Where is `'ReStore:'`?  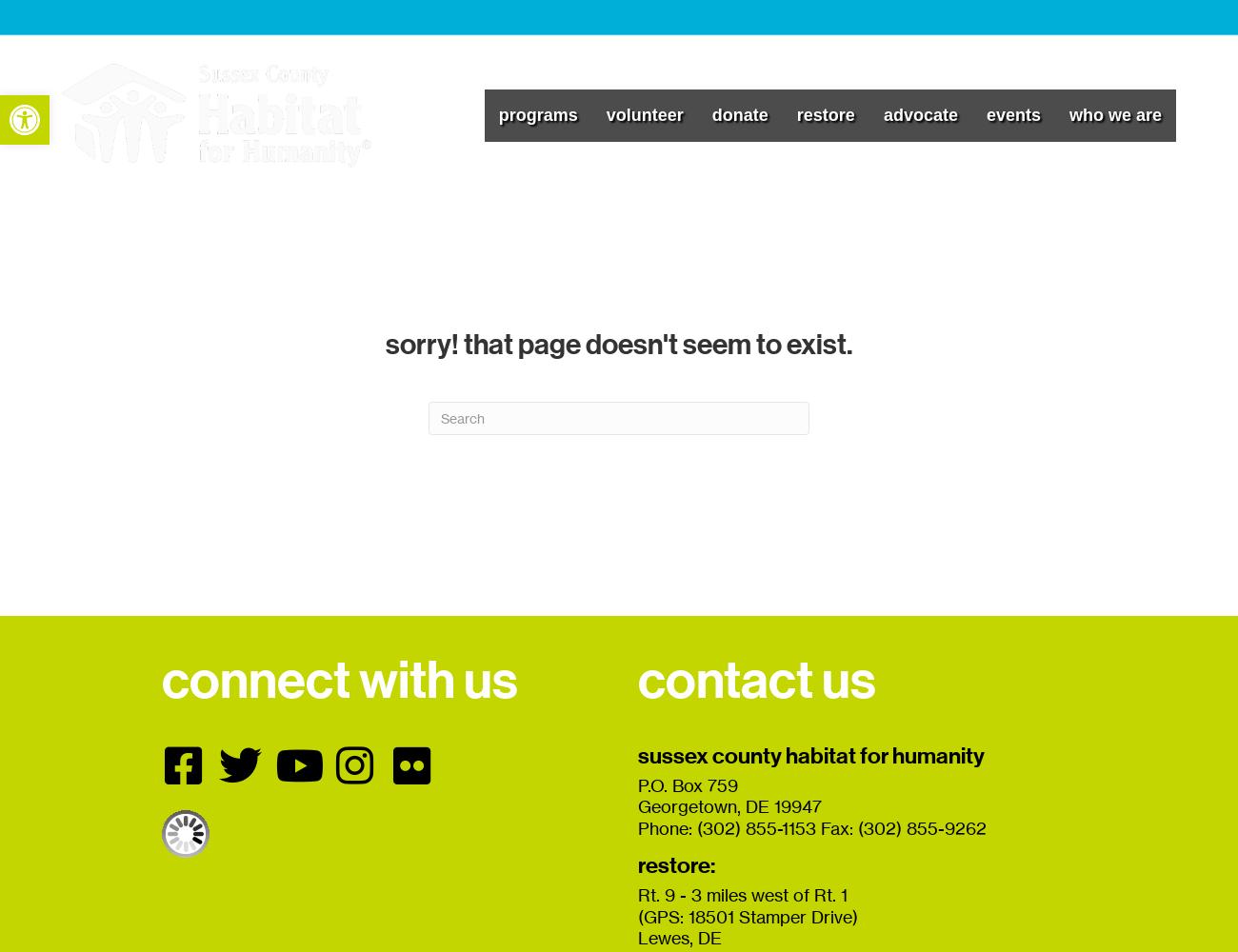
'ReStore:' is located at coordinates (676, 865).